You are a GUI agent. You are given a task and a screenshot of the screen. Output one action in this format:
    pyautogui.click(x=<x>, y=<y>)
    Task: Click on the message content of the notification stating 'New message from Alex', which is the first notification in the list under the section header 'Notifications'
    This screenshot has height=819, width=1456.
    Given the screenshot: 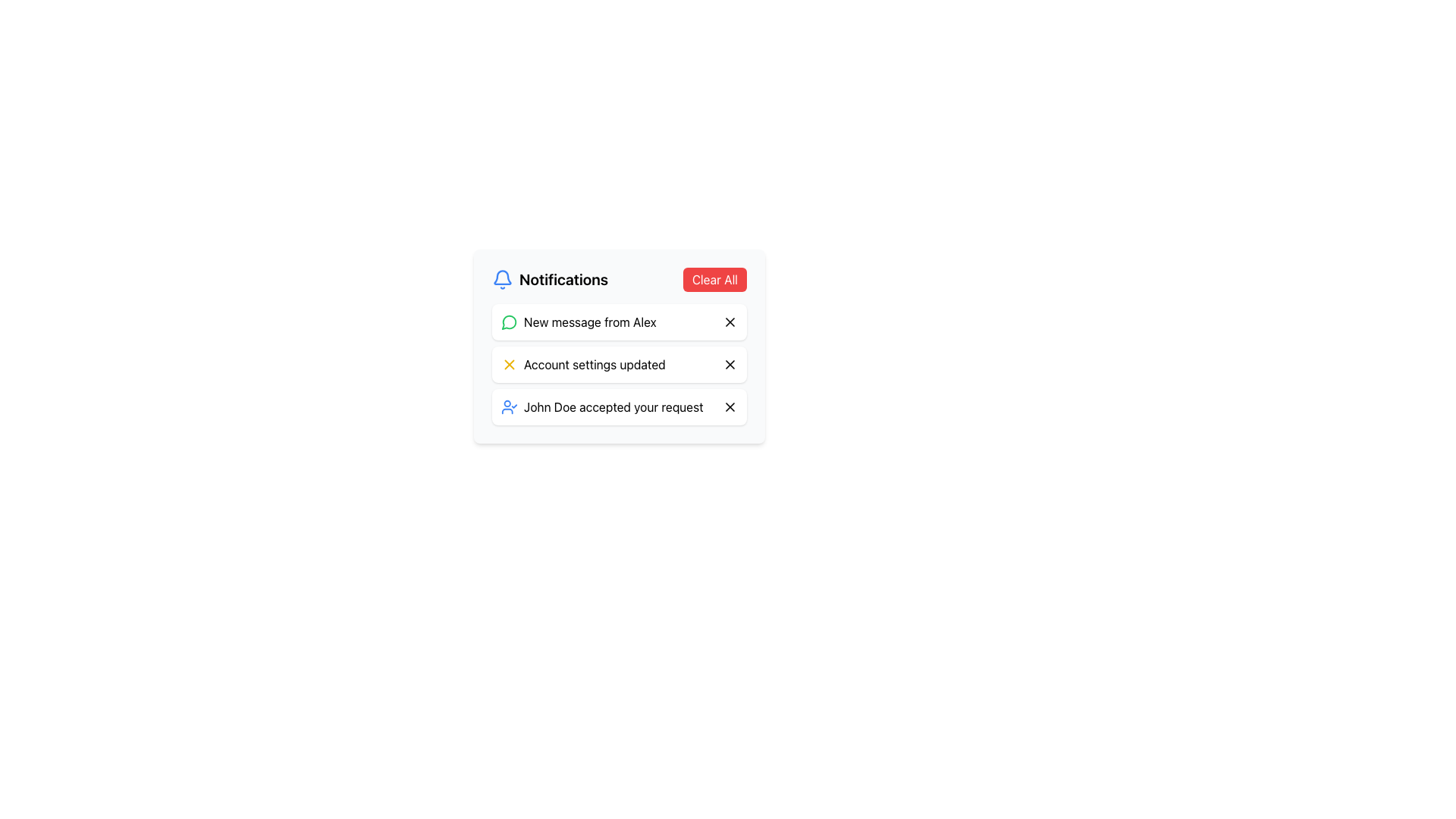 What is the action you would take?
    pyautogui.click(x=589, y=321)
    